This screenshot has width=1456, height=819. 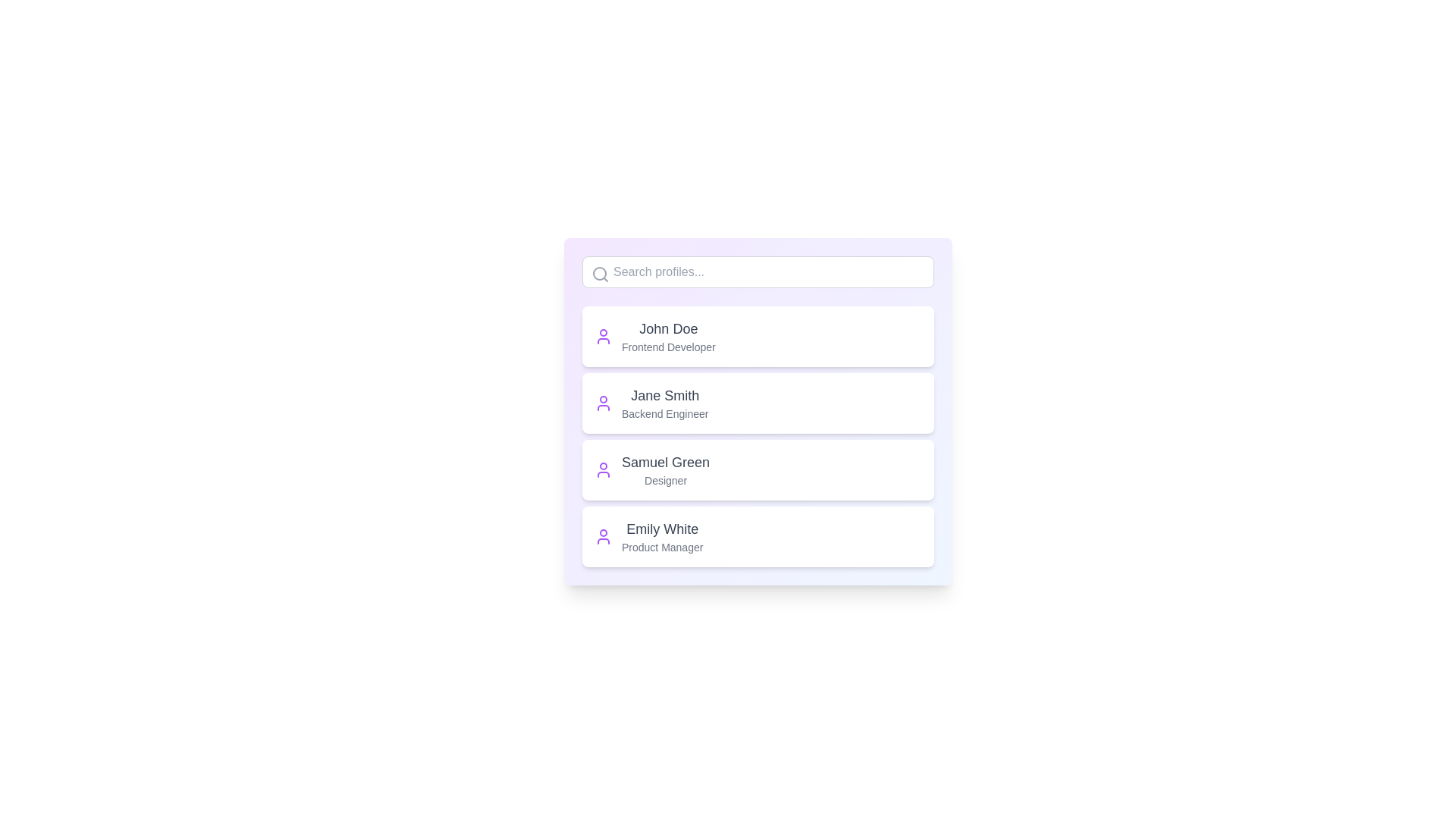 I want to click on the label that describes the role or occupation of 'Samuel Green' in the profile card, positioned underneath the name and centered horizontally, so click(x=666, y=480).